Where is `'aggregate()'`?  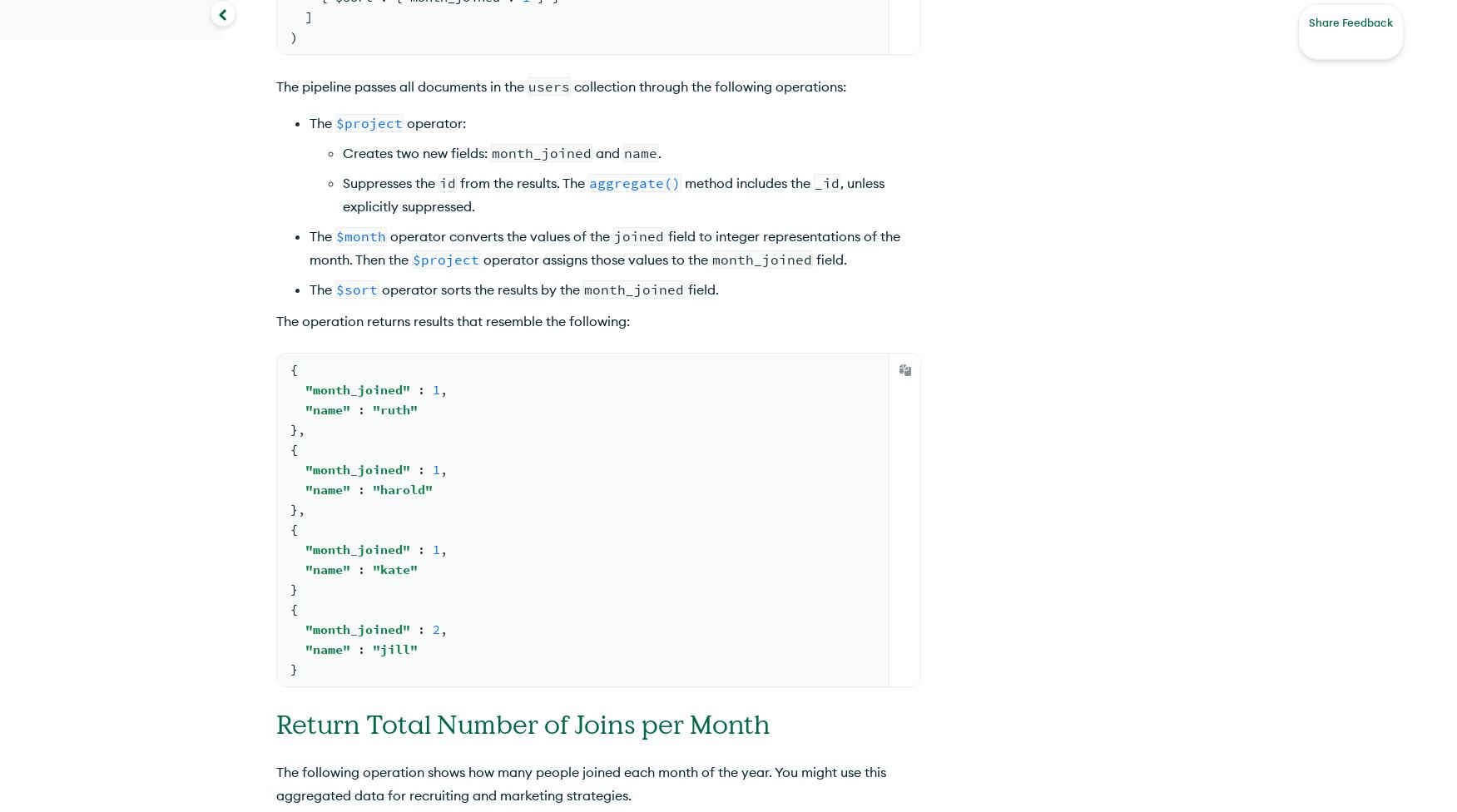
'aggregate()' is located at coordinates (588, 181).